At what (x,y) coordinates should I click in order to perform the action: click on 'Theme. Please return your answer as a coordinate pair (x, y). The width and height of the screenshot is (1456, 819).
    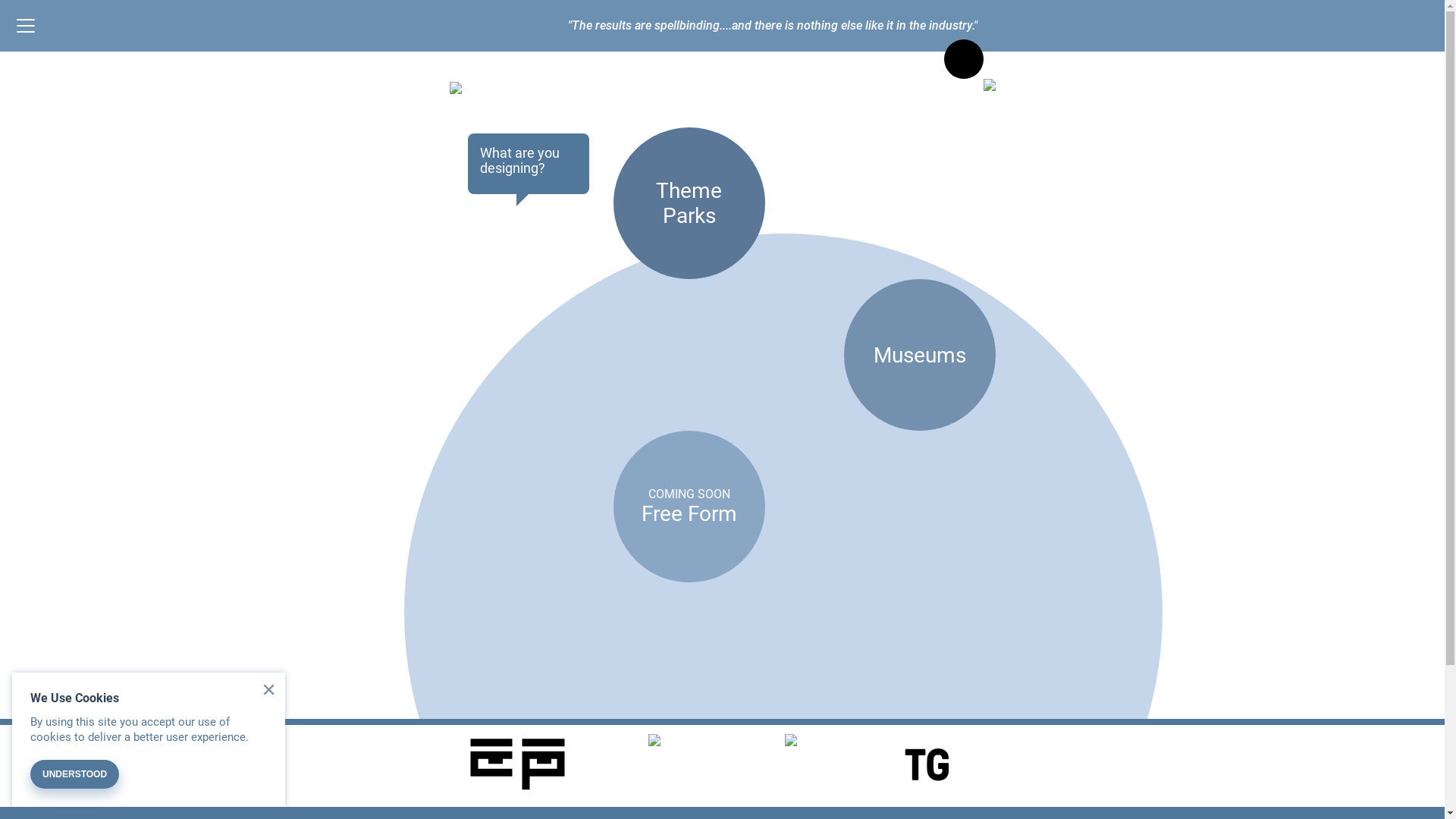
    Looking at the image, I should click on (687, 202).